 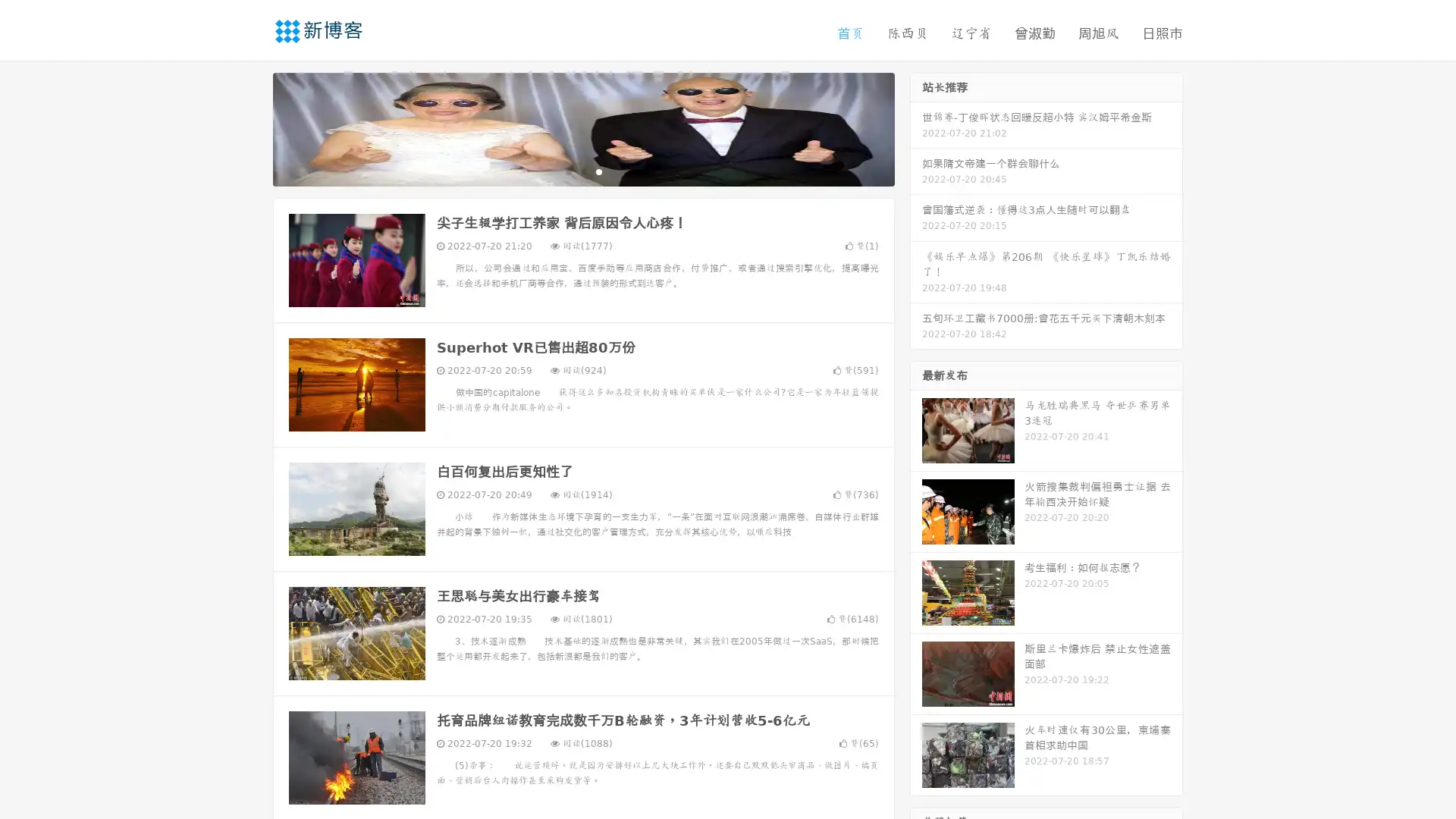 I want to click on Next slide, so click(x=916, y=127).